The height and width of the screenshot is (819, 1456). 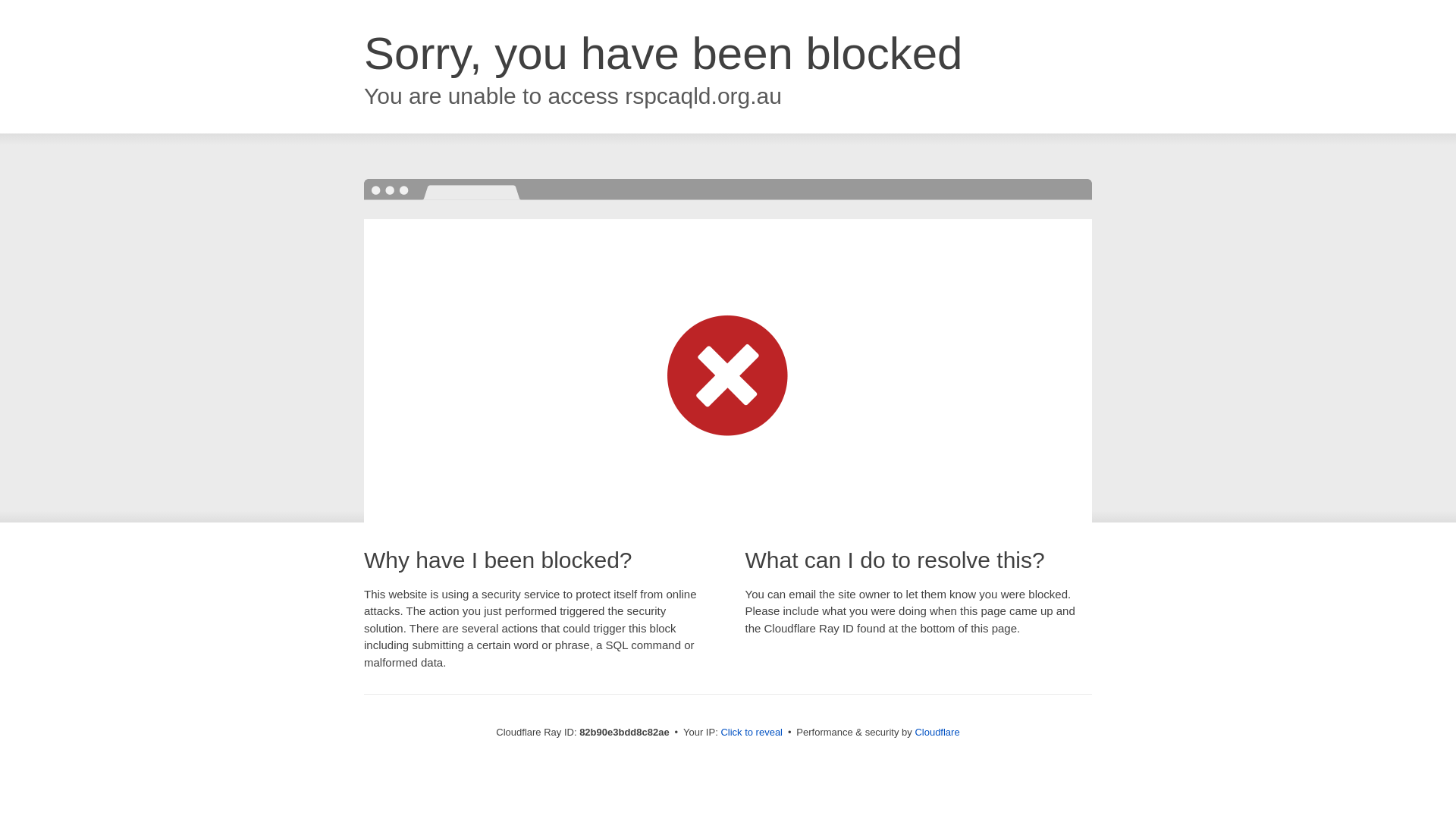 What do you see at coordinates (751, 731) in the screenshot?
I see `'Click to reveal'` at bounding box center [751, 731].